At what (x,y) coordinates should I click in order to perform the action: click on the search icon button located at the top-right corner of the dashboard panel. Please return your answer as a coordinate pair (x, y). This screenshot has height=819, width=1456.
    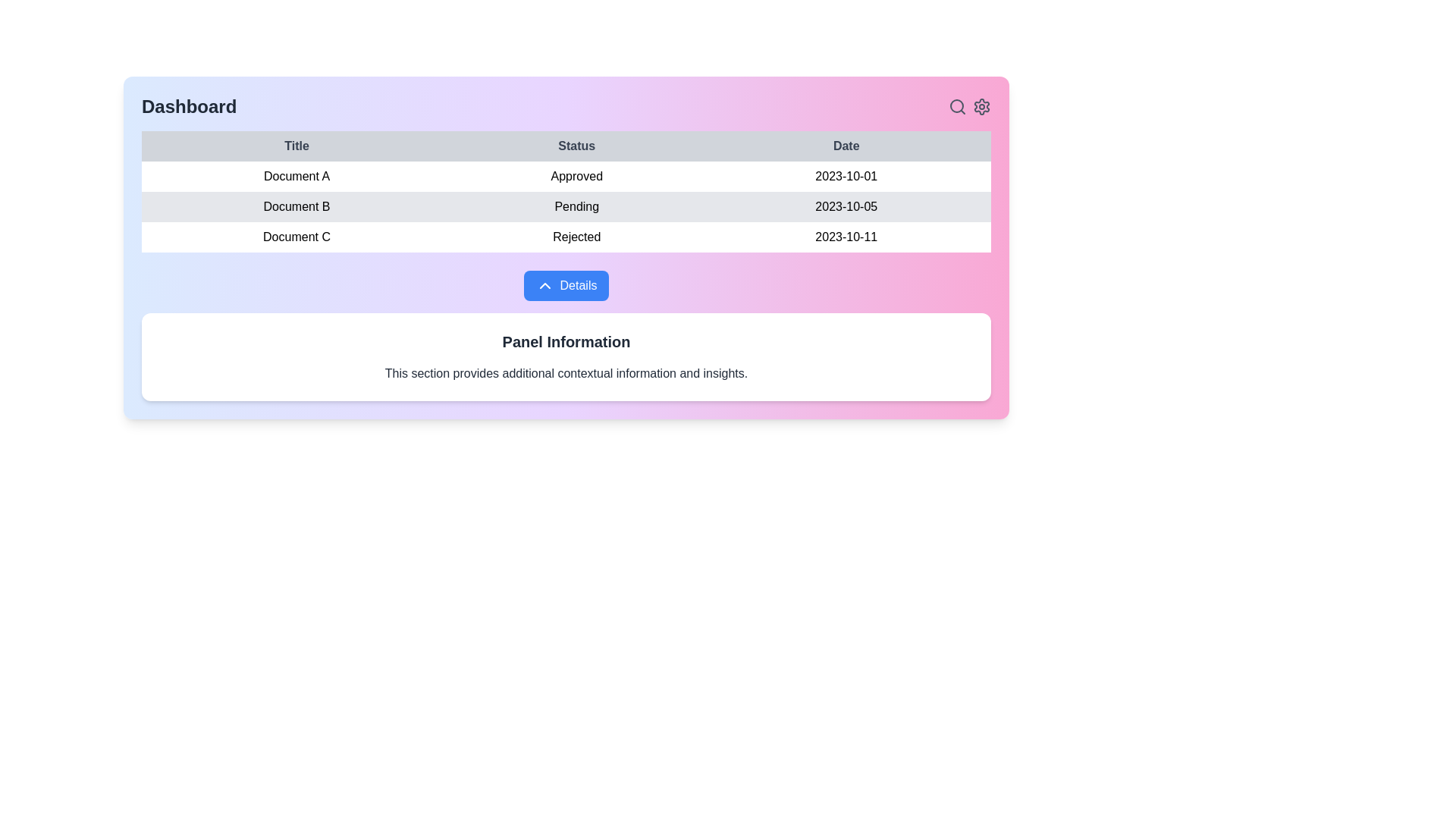
    Looking at the image, I should click on (956, 106).